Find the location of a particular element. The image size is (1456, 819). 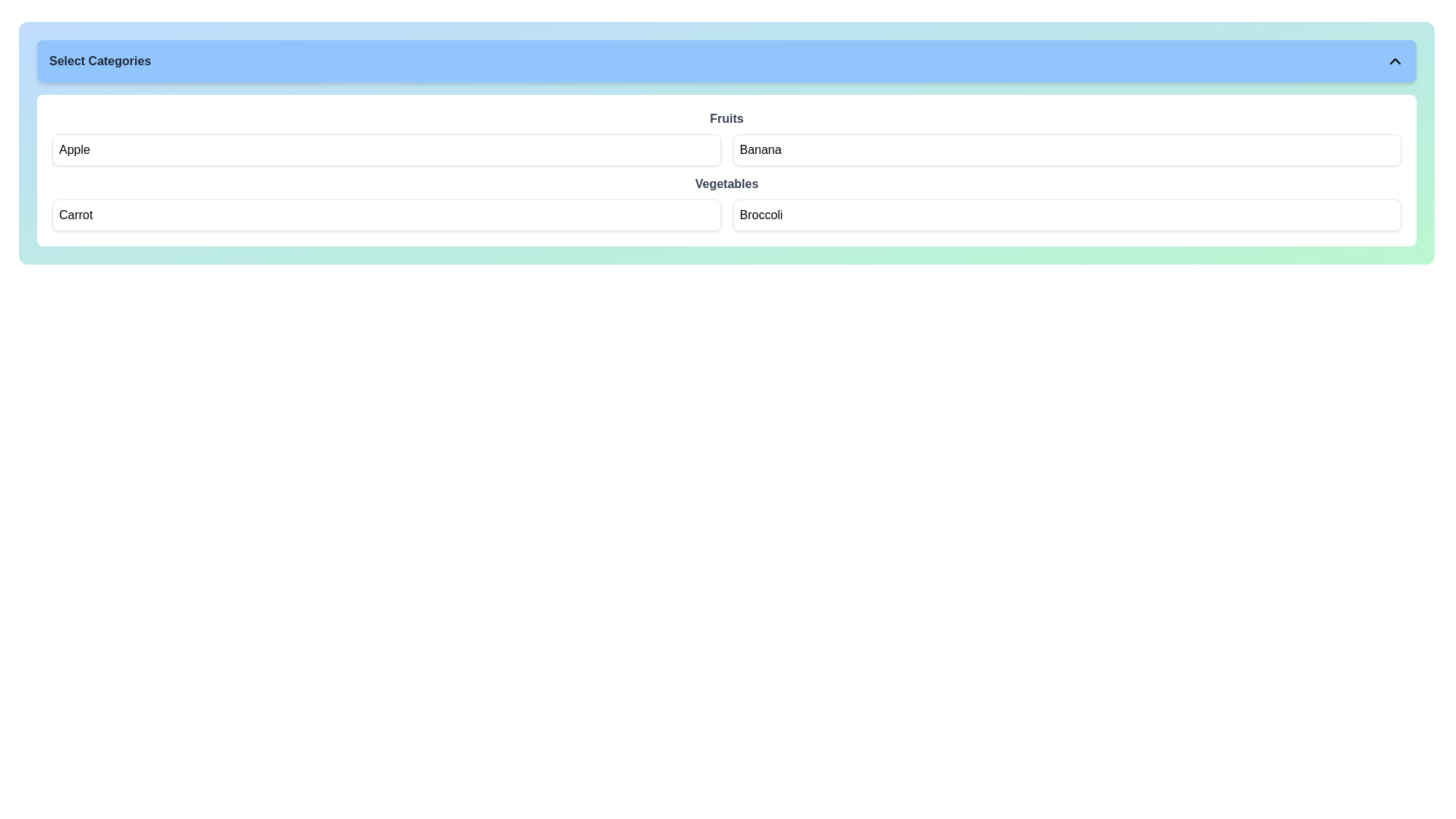

the 'Vegetables' text label, which is a bold dark gray font positioned centrally between 'Fruits' and a grid of 'Carrot' and 'Broccoli' is located at coordinates (726, 184).